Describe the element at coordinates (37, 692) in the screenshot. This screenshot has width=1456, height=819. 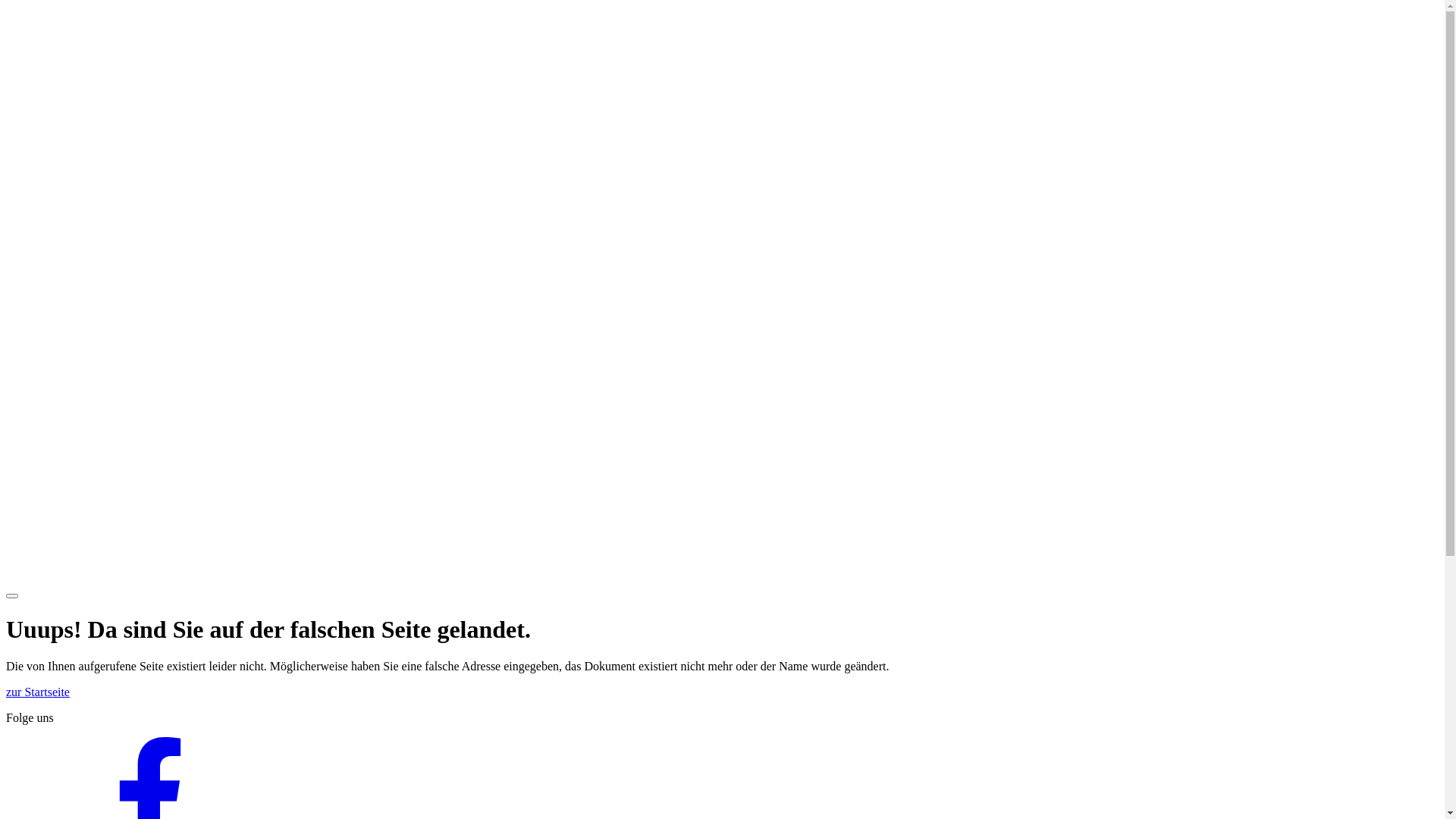
I see `'zur Startseite'` at that location.